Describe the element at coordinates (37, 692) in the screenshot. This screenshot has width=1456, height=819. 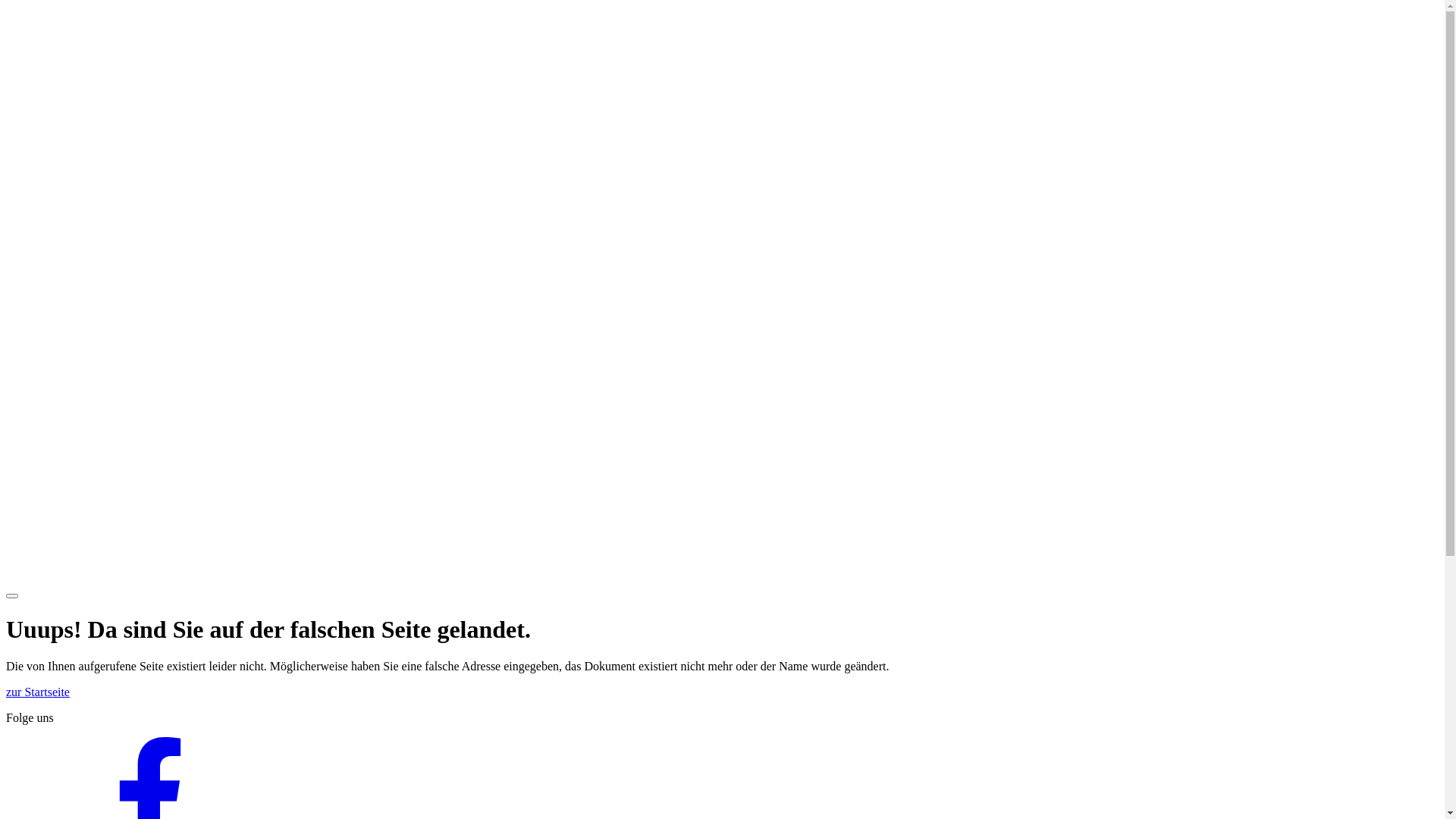
I see `'zur Startseite'` at that location.